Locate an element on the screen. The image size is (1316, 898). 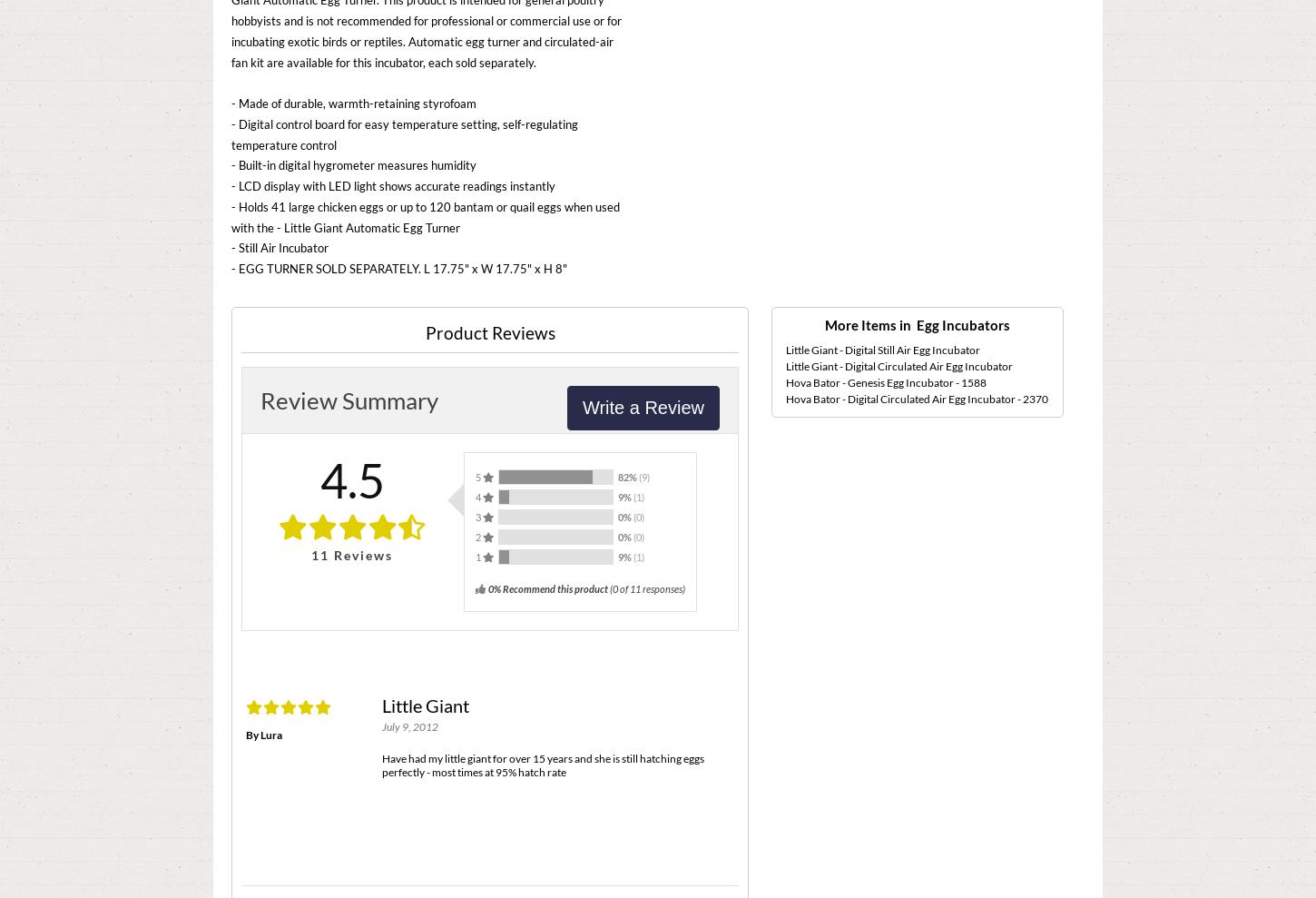
'11' is located at coordinates (319, 555).